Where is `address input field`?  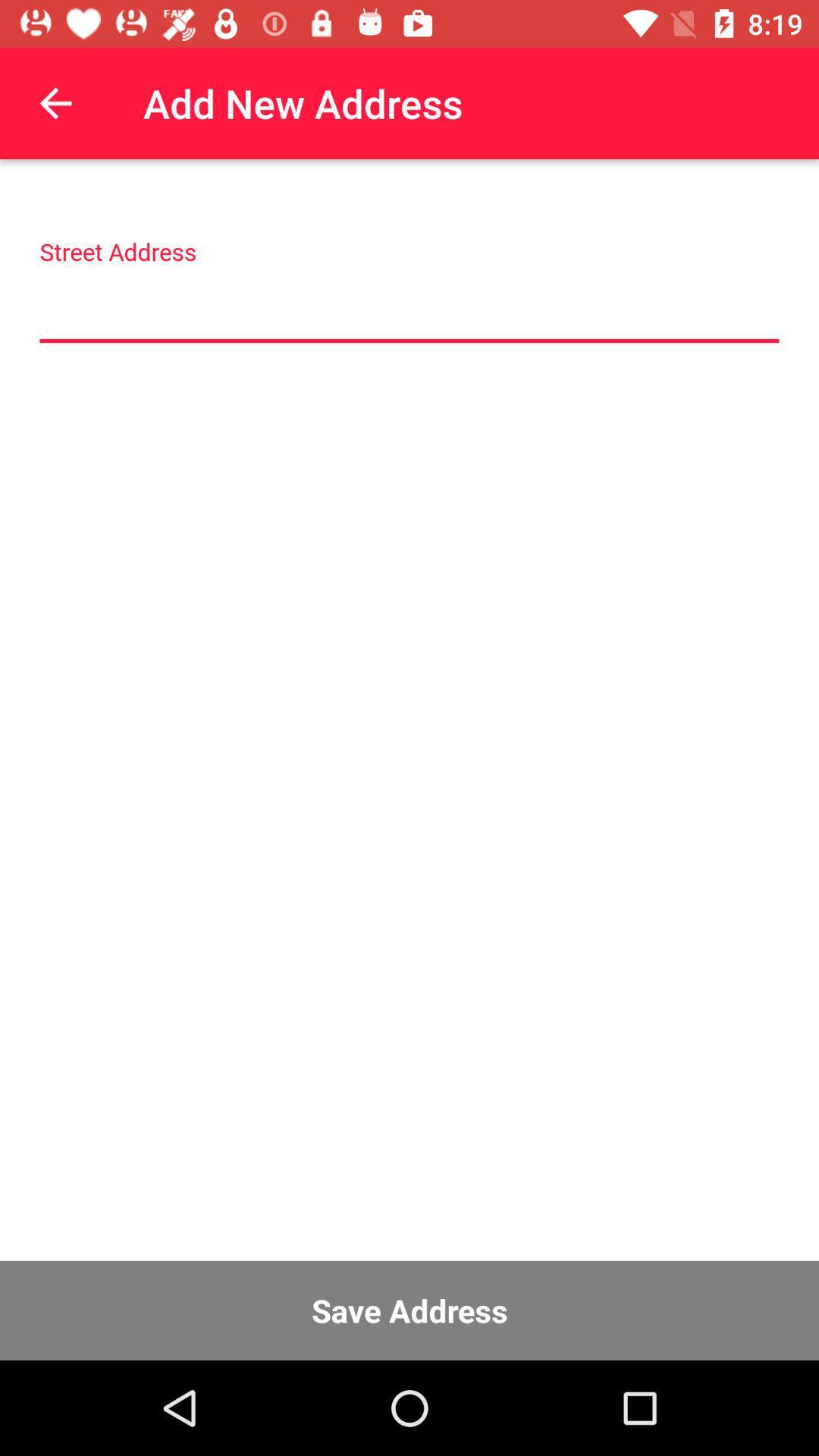 address input field is located at coordinates (409, 307).